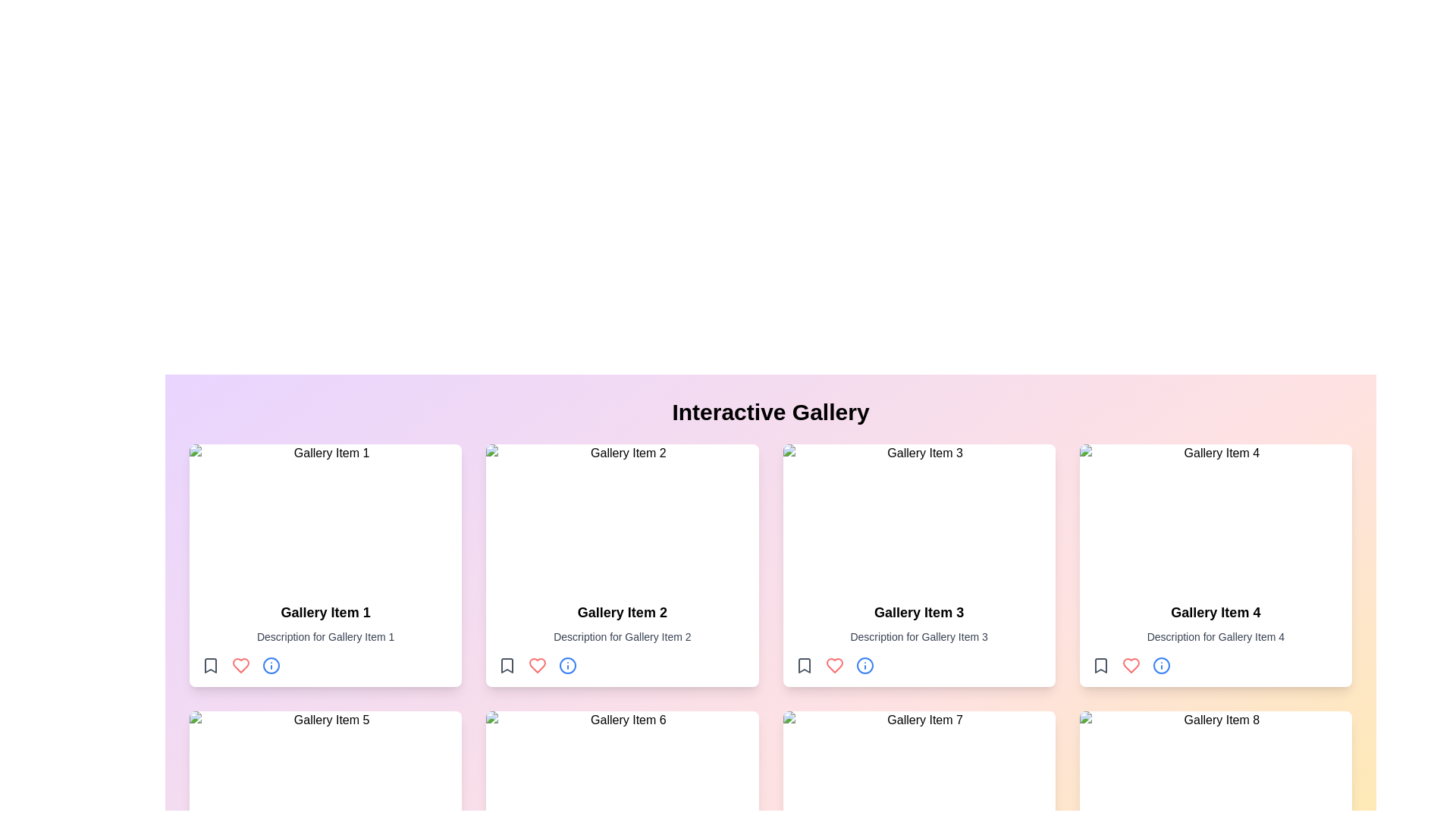  What do you see at coordinates (622, 637) in the screenshot?
I see `the static text element displaying 'Description for Gallery Item 2', which is located in the second card of the gallery, below the heading 'Gallery Item 2'` at bounding box center [622, 637].